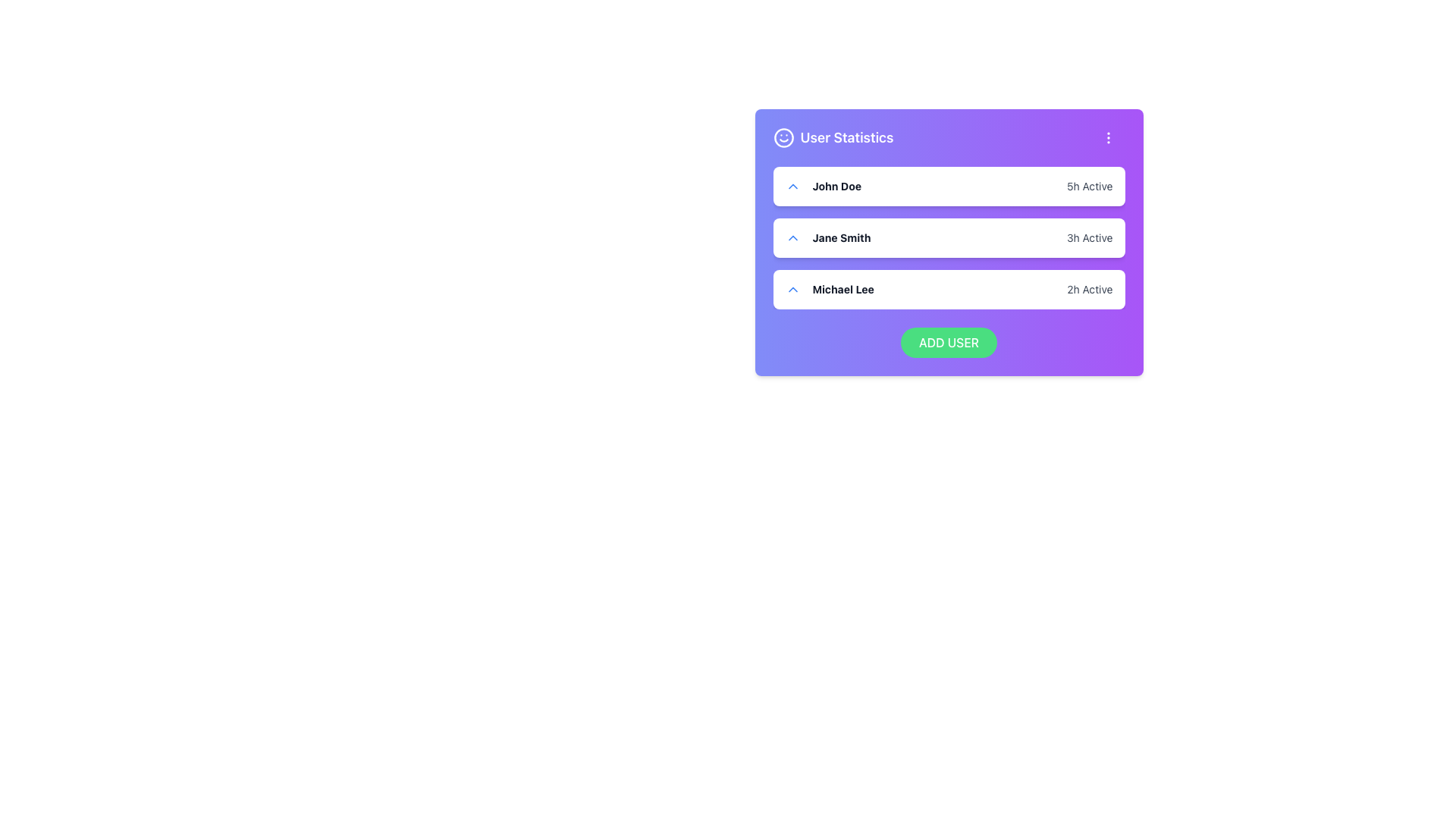 This screenshot has height=819, width=1456. I want to click on the chevron-shaped arrow icon with a blue outline, so click(792, 289).